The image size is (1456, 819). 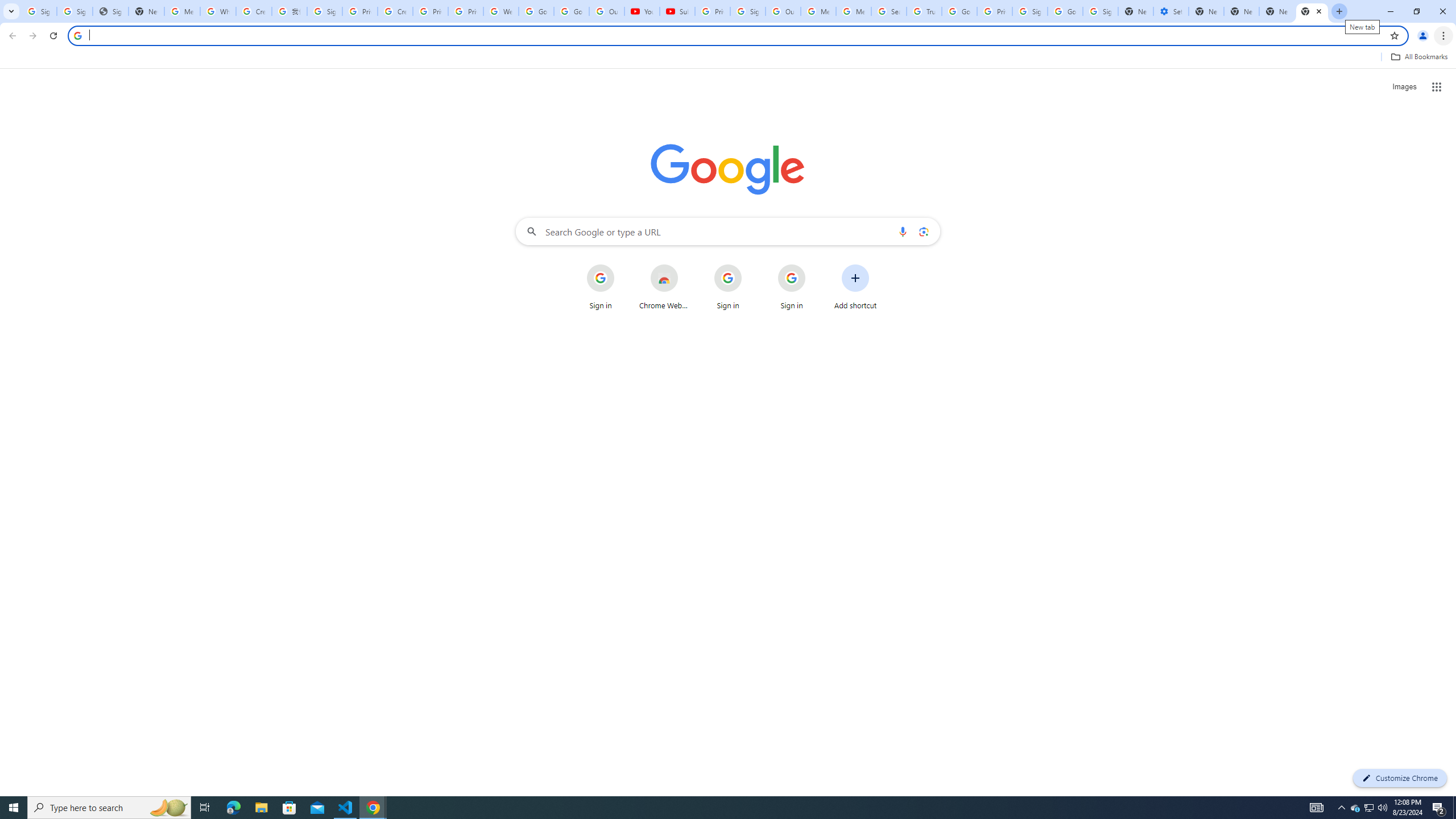 What do you see at coordinates (1404, 87) in the screenshot?
I see `'Search for Images '` at bounding box center [1404, 87].